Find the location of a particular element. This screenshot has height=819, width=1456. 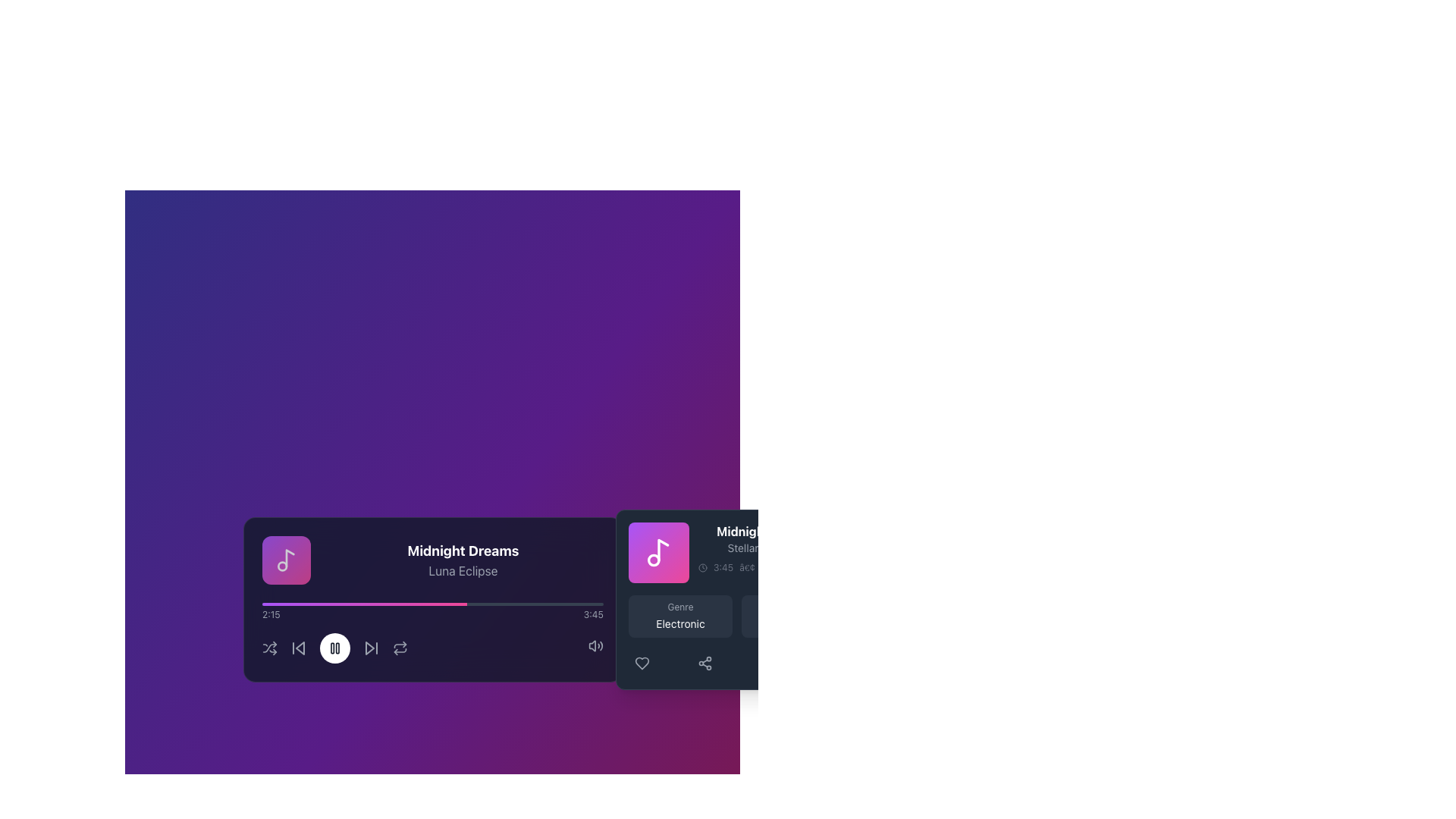

the leftward-pointing chevron arrow icon located at the bottom left of the interface is located at coordinates (300, 648).